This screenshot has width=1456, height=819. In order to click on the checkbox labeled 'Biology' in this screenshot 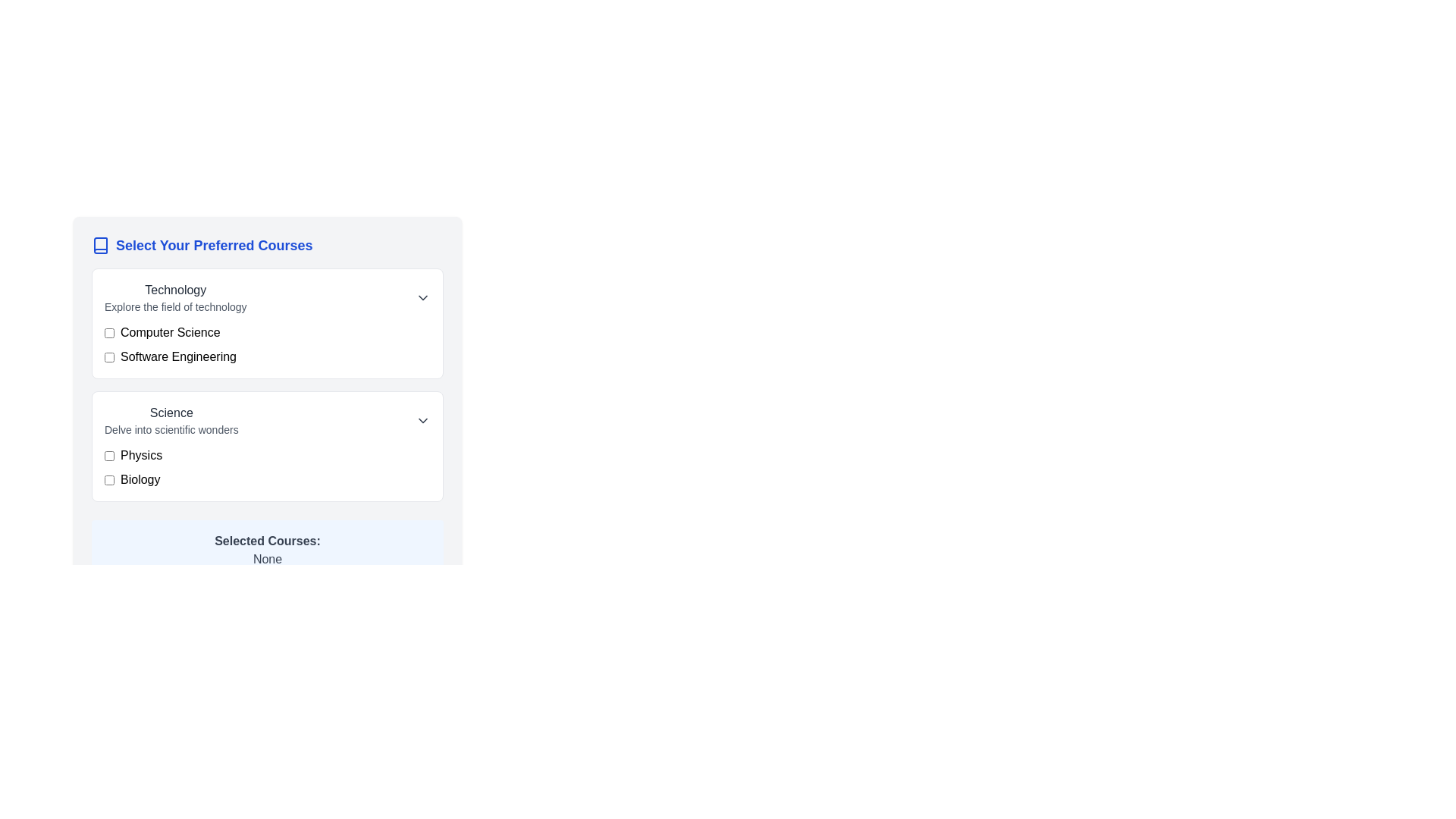, I will do `click(268, 467)`.